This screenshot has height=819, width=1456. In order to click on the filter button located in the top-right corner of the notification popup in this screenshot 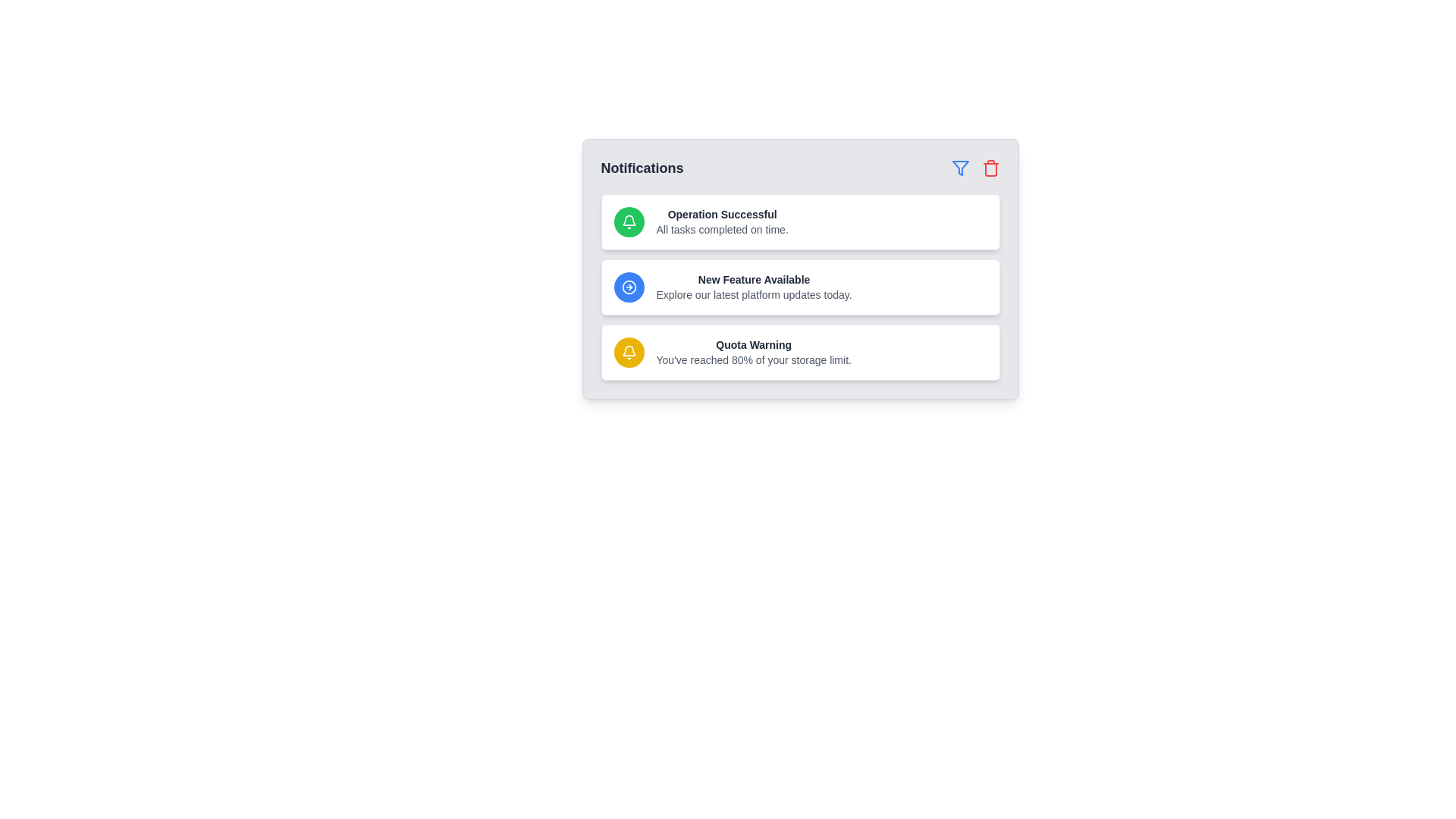, I will do `click(959, 168)`.